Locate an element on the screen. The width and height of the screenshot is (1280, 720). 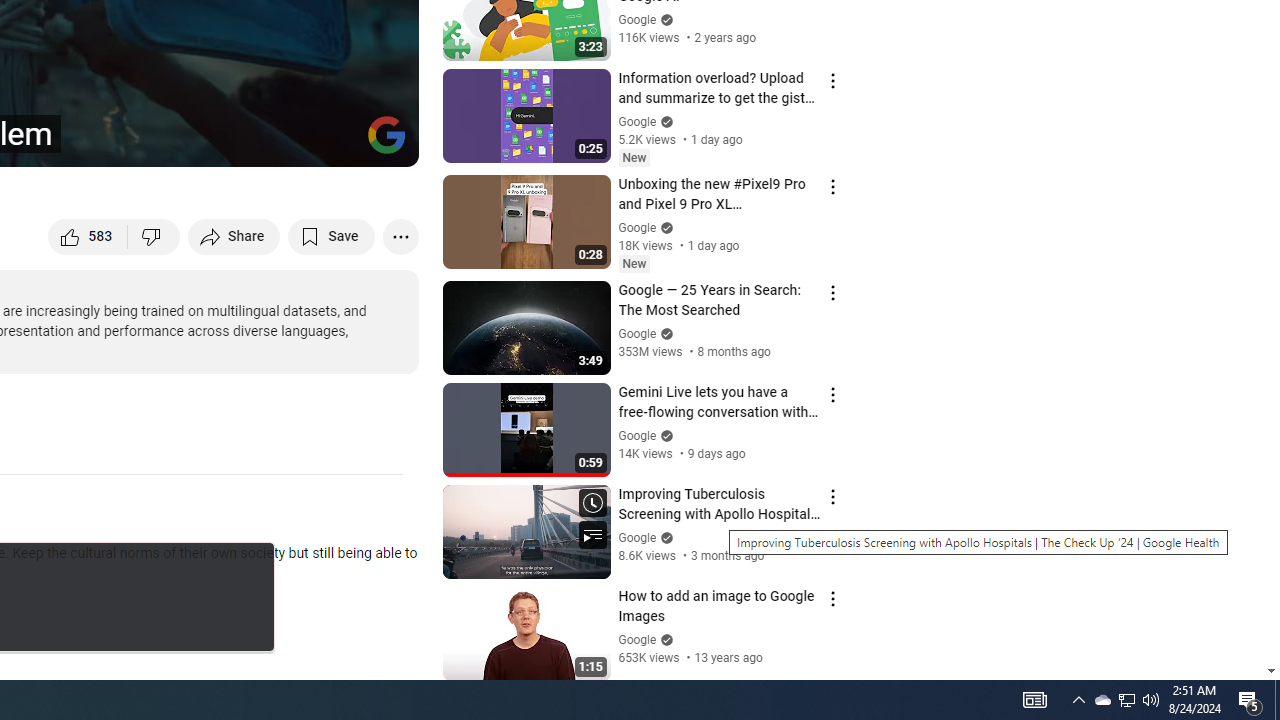
'Dislike this video' is located at coordinates (153, 235).